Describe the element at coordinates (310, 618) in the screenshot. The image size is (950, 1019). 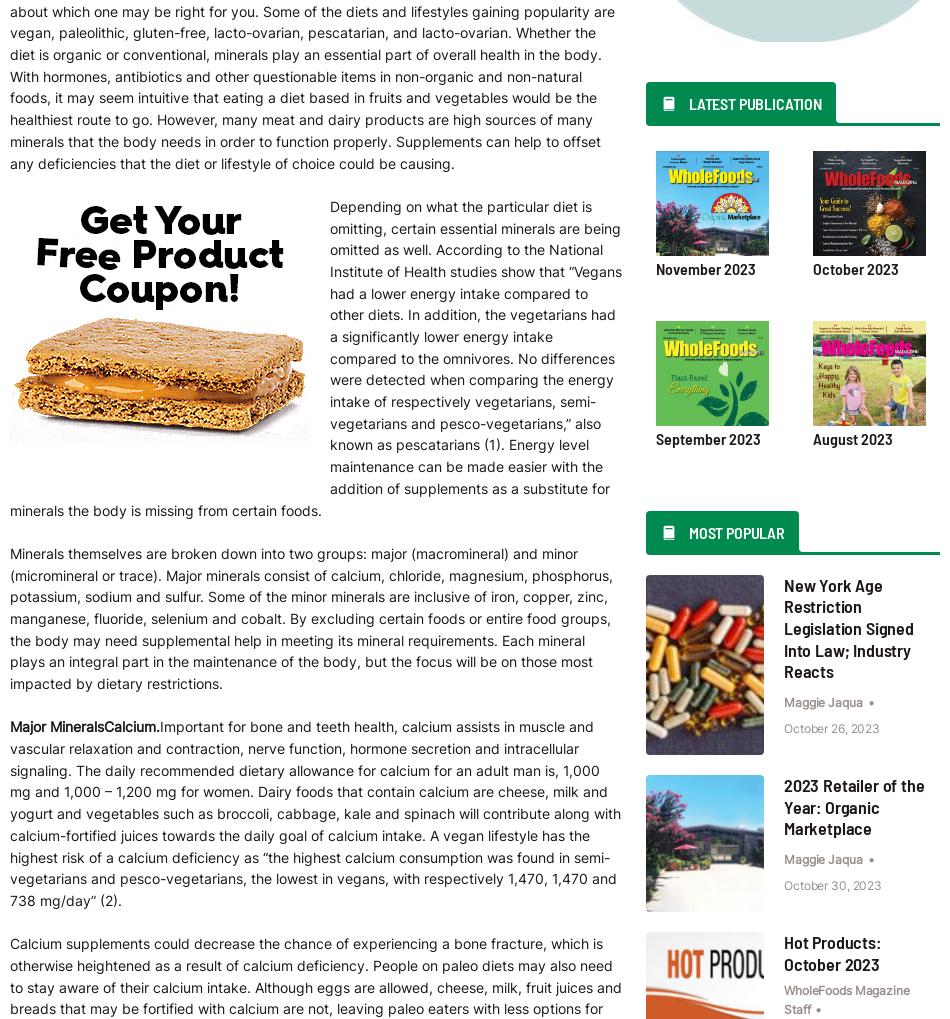
I see `'Minerals themselves are broken down into two groups: major (macromineral) and minor (micromineral or trace). Major minerals consist of calcium, chloride, magnesium, phosphorus, potassium, sodium and sulfur. Some of the minor minerals are inclusive of iron, copper, zinc, manganese, fluoride, selenium and cobalt. By excluding certain foods or entire food groups, the body may need supplemental help in meeting its mineral requirements. Each mineral plays an integral part in the maintenance of the body, but the focus will be on those most impacted by dietary restrictions.'` at that location.